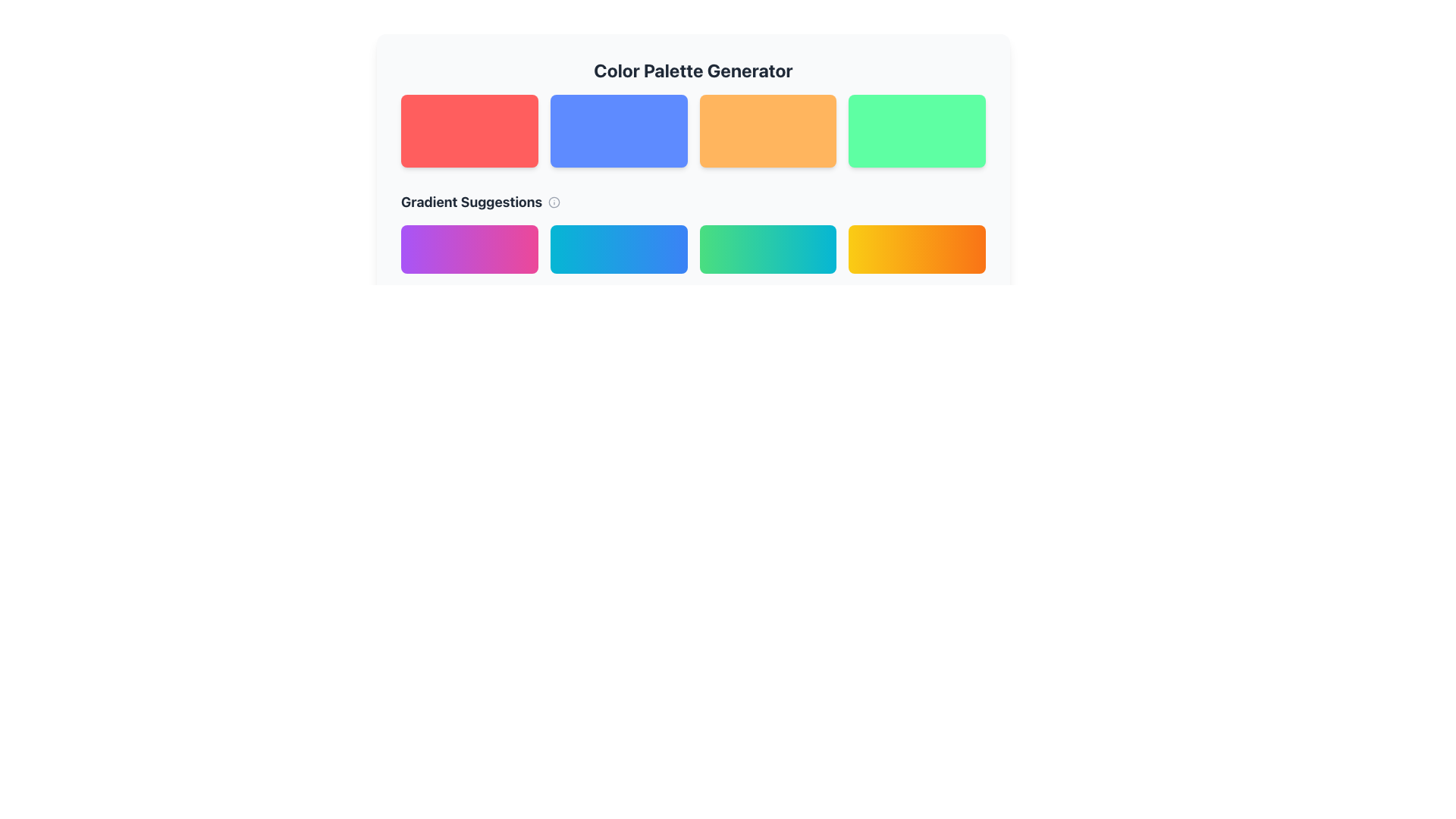  I want to click on the second card display element located beneath the title 'Color Palette Generator' in the grid layout, so click(692, 150).